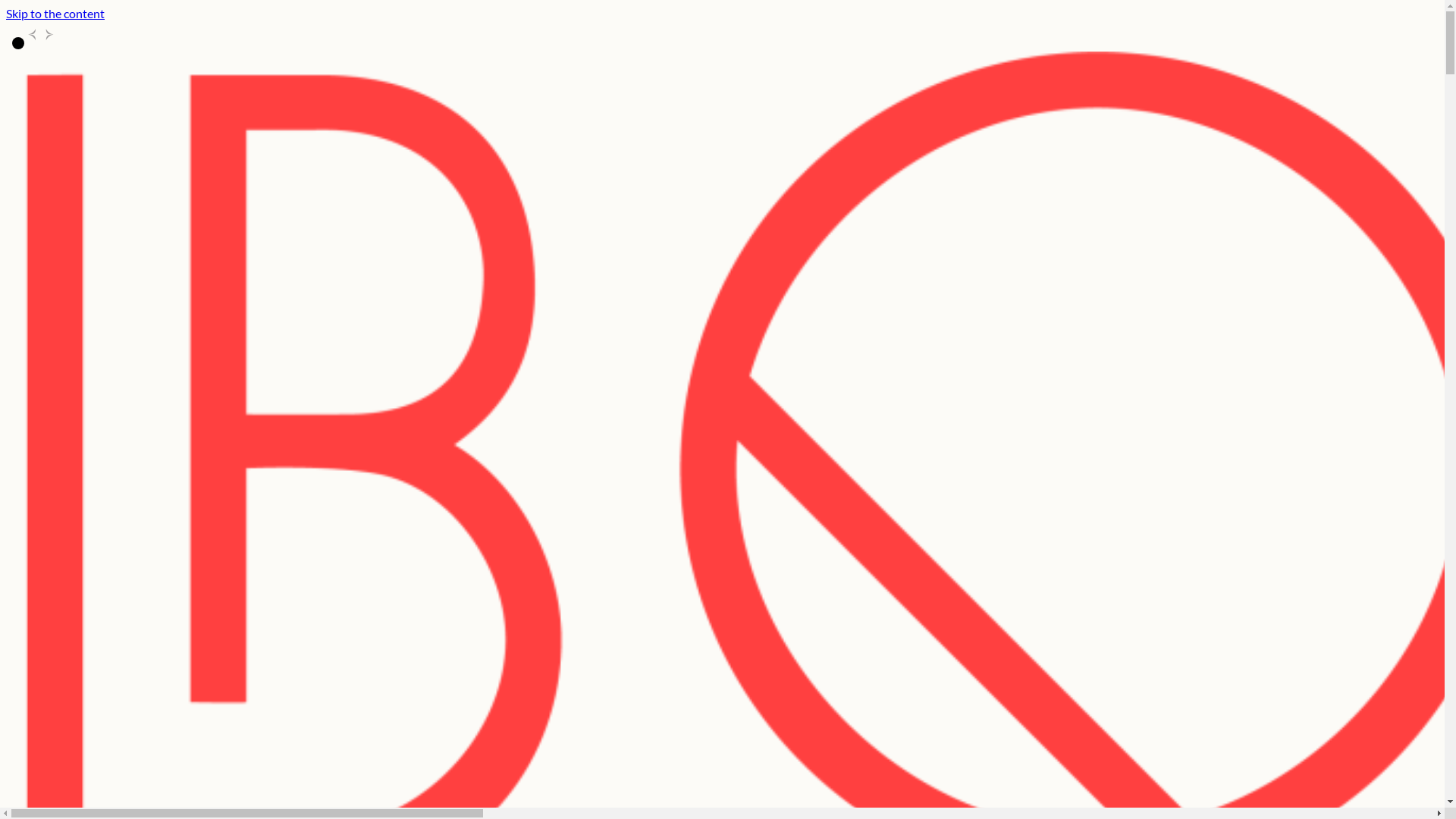 This screenshot has height=819, width=1456. I want to click on 'Skip to the content', so click(55, 13).